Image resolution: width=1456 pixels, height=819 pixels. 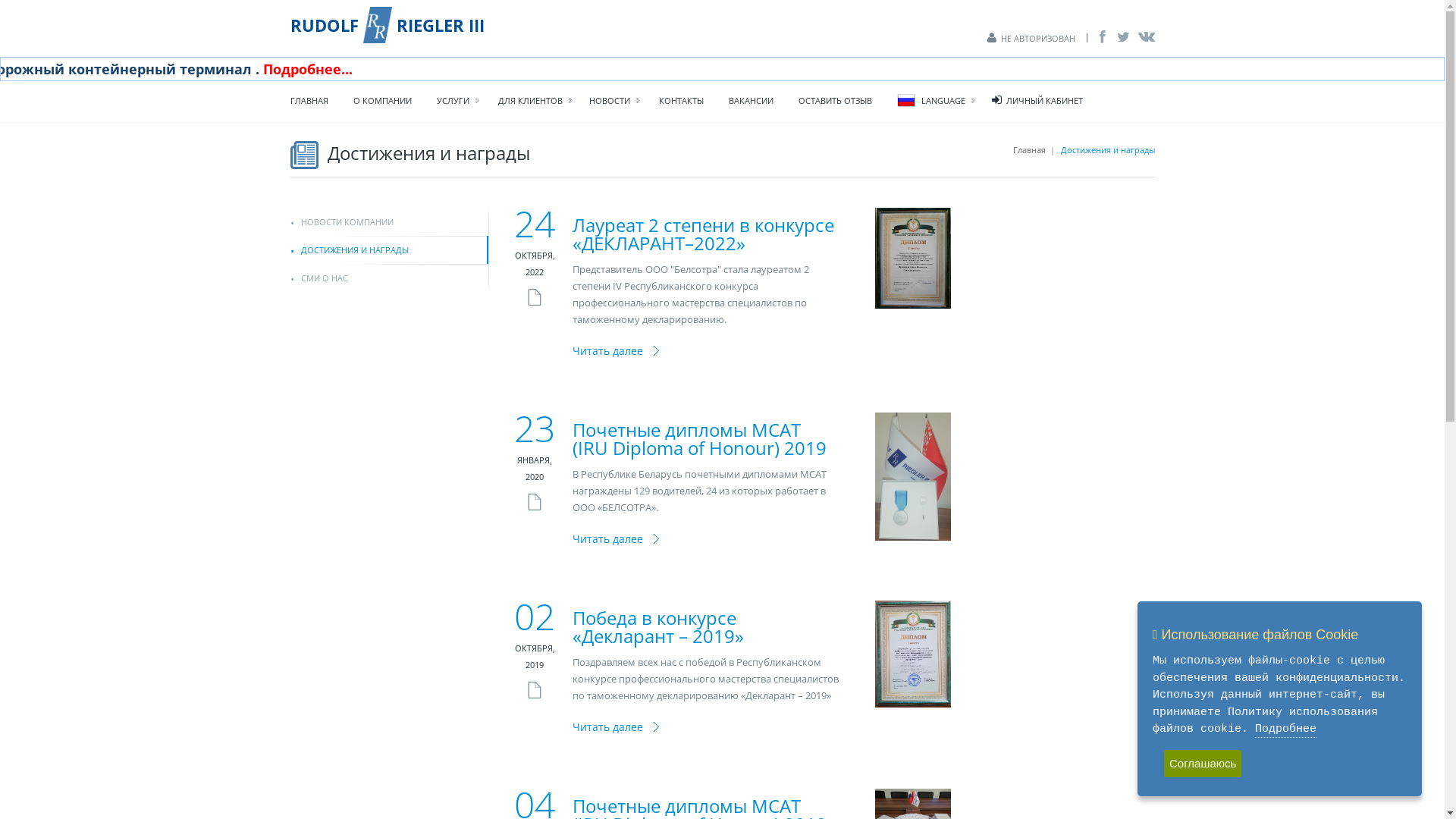 I want to click on 'RUDOLF RIEGLER III', so click(x=386, y=25).